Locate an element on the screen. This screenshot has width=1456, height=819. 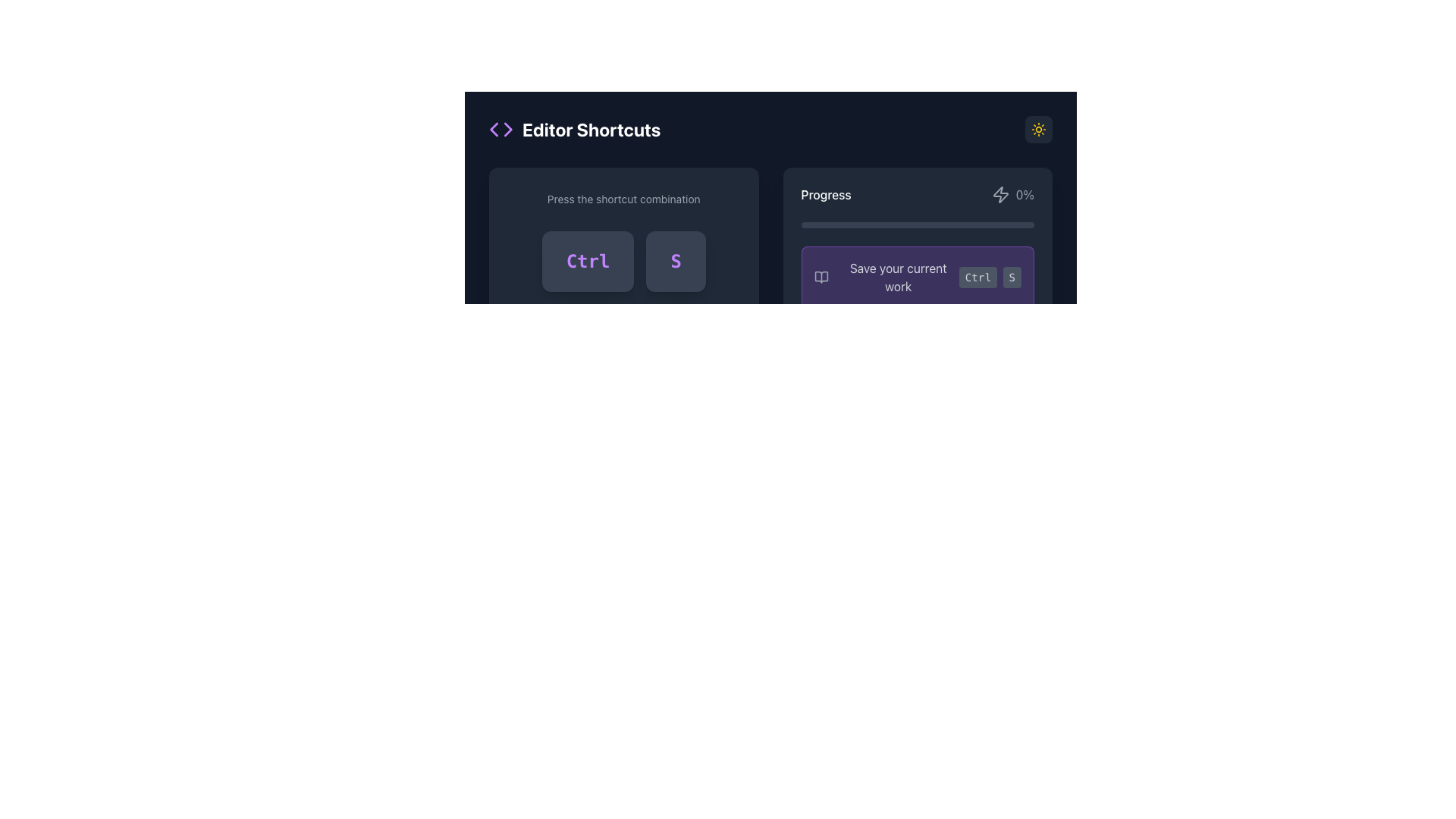
the progress visually by focusing on the horizontal progress bar located under the 'Progress' section, which currently shows 0 percent is located at coordinates (917, 225).